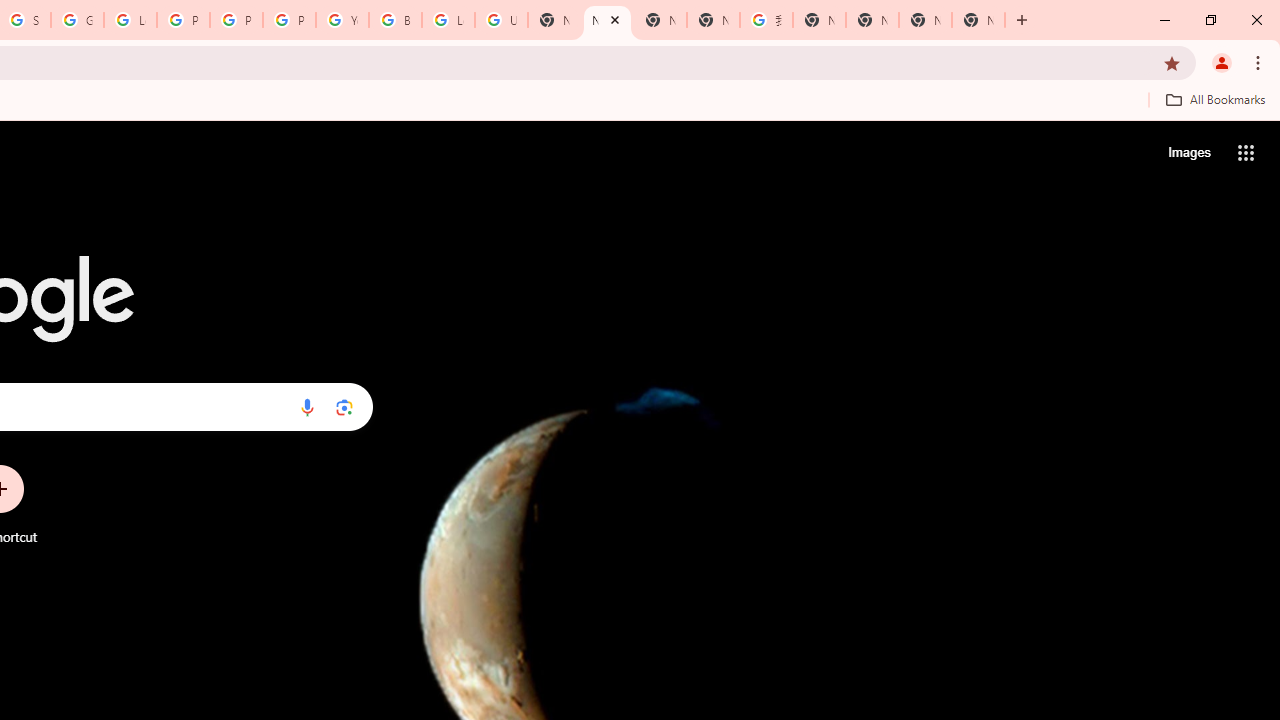  Describe the element at coordinates (1189, 152) in the screenshot. I see `'Search for Images '` at that location.